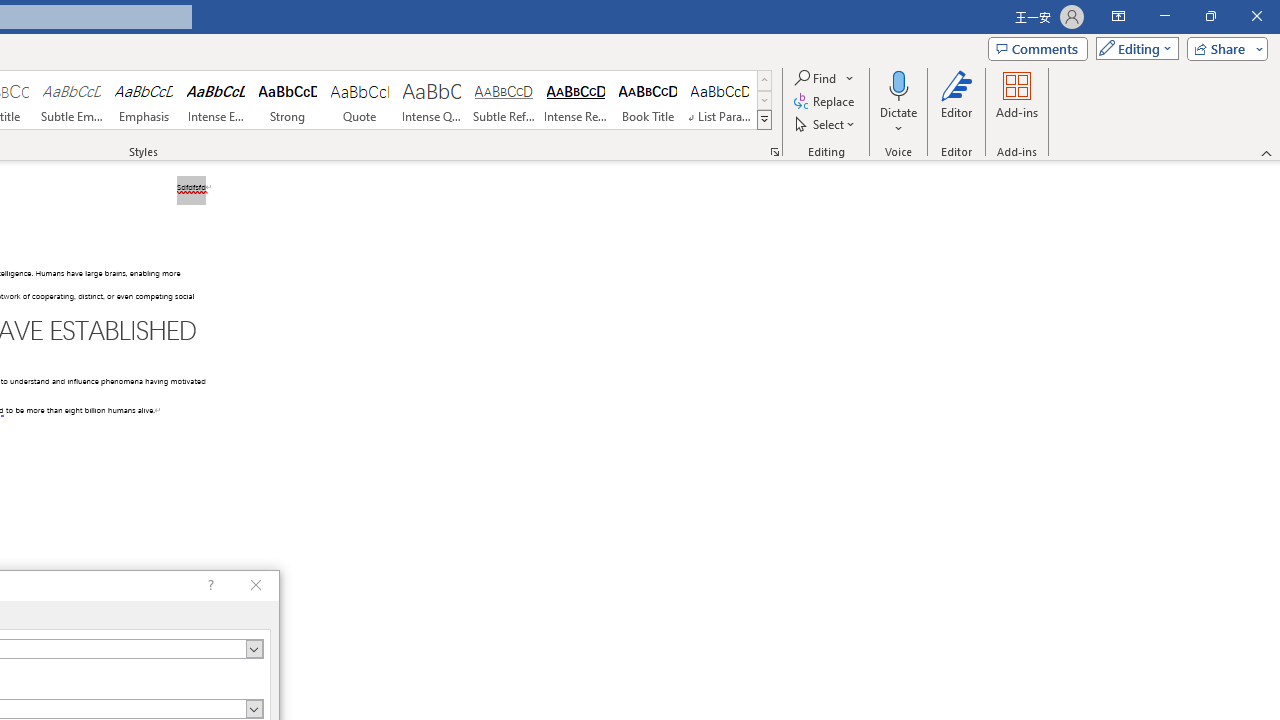  Describe the element at coordinates (898, 121) in the screenshot. I see `'More Options'` at that location.